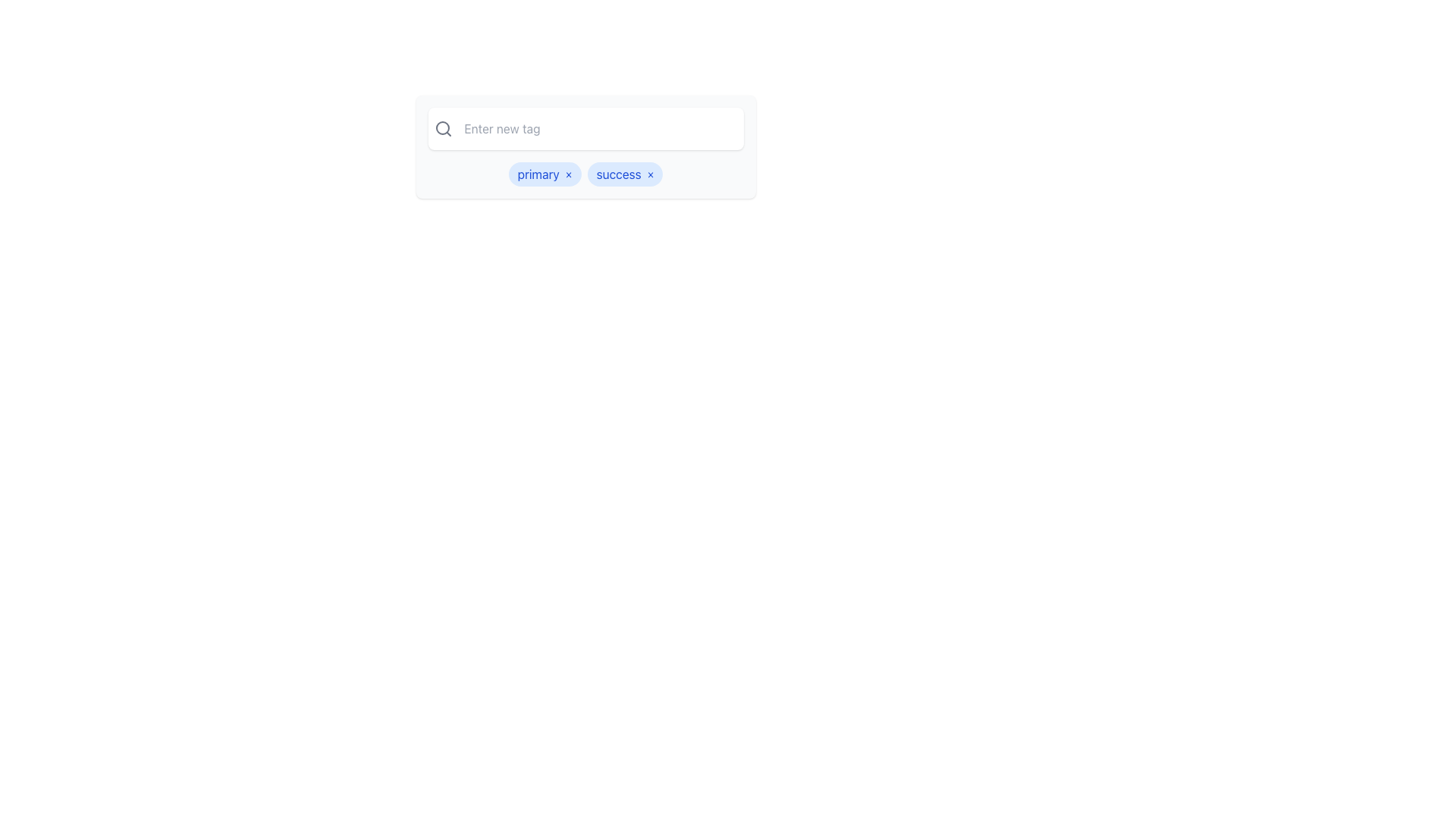  Describe the element at coordinates (441, 127) in the screenshot. I see `the circular outline within the search icon located to the left of the 'Enter new tag' input field` at that location.